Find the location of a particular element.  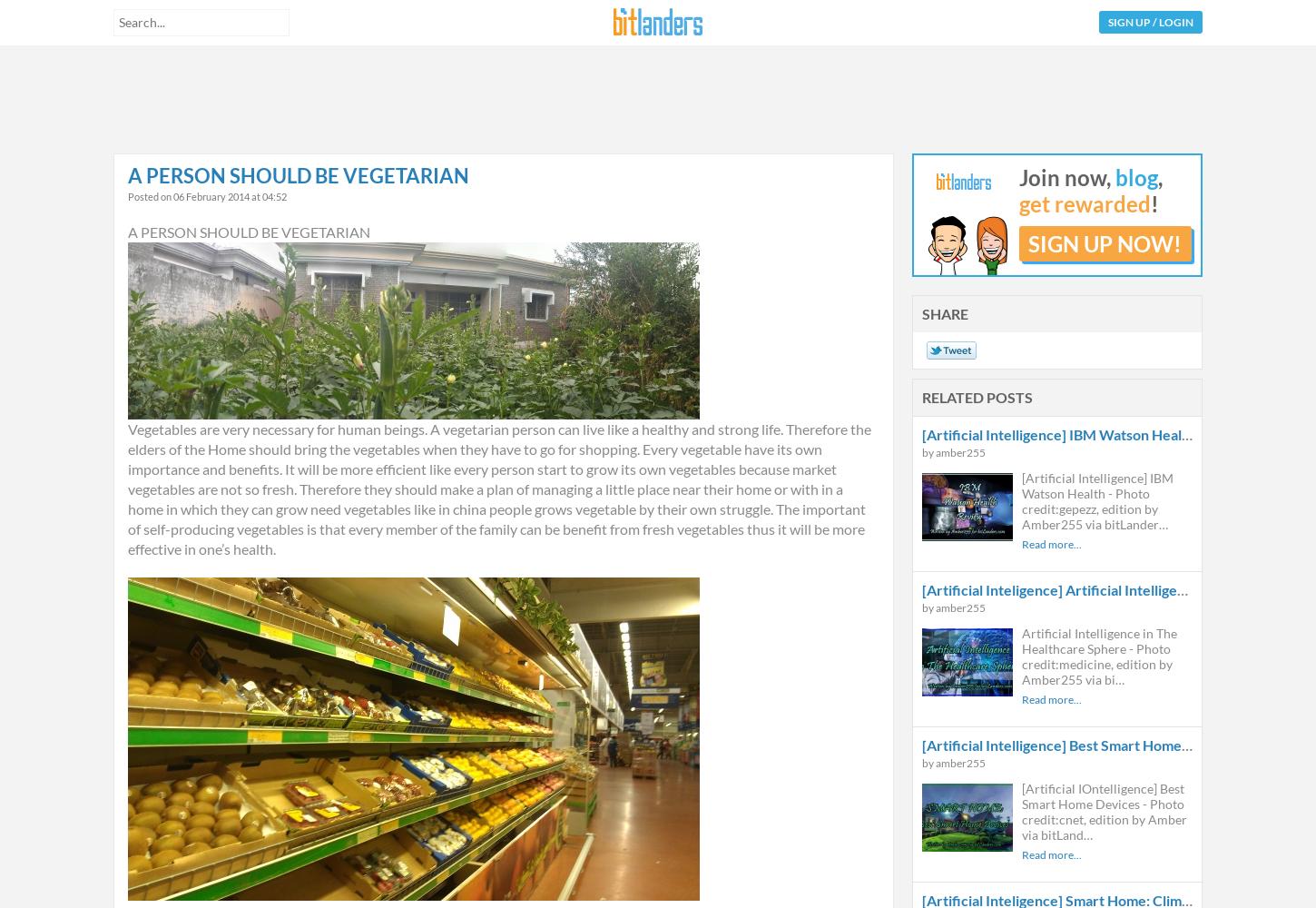

'at' is located at coordinates (250, 195).